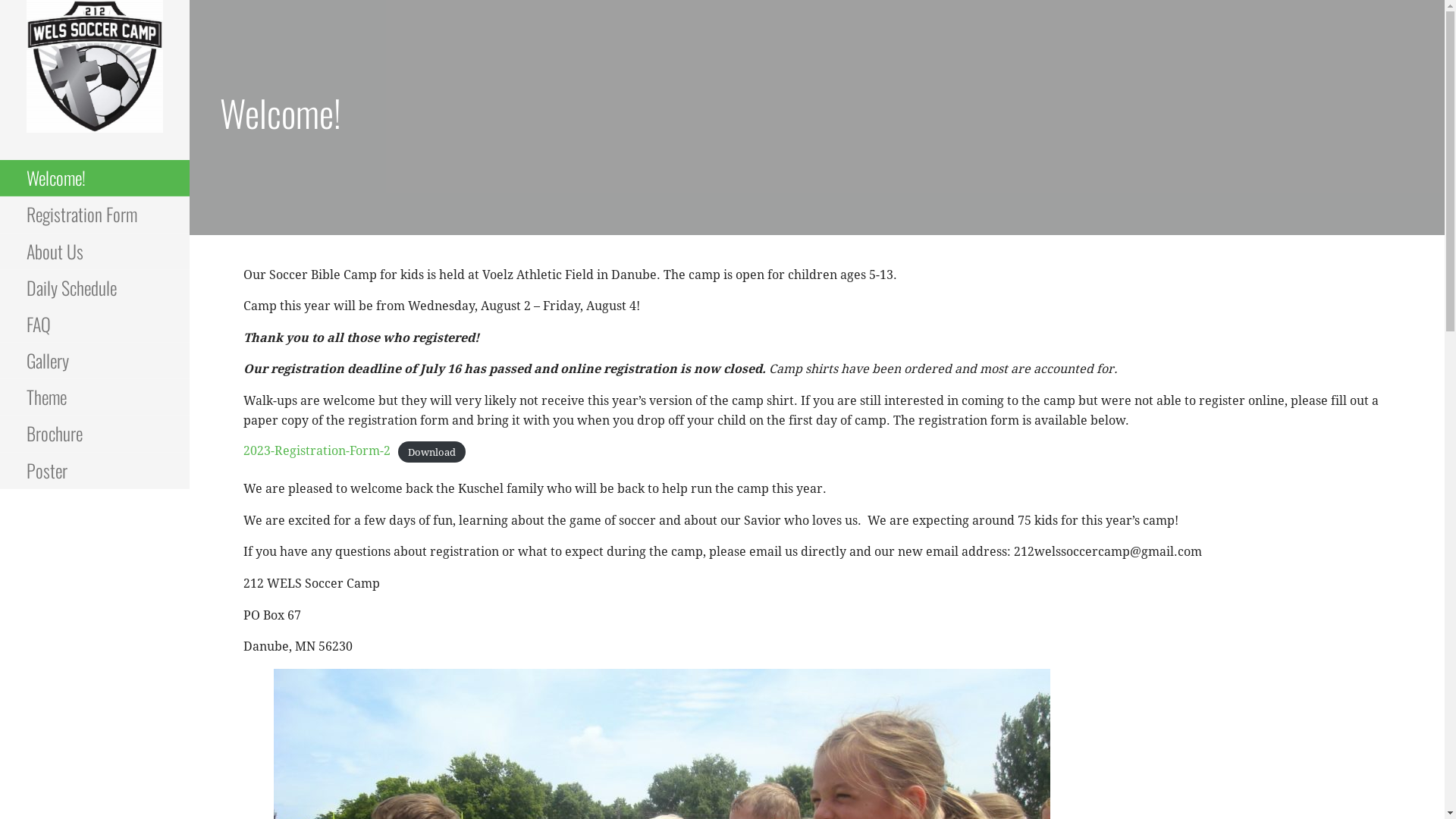 The width and height of the screenshot is (1456, 819). What do you see at coordinates (93, 288) in the screenshot?
I see `'Daily Schedule'` at bounding box center [93, 288].